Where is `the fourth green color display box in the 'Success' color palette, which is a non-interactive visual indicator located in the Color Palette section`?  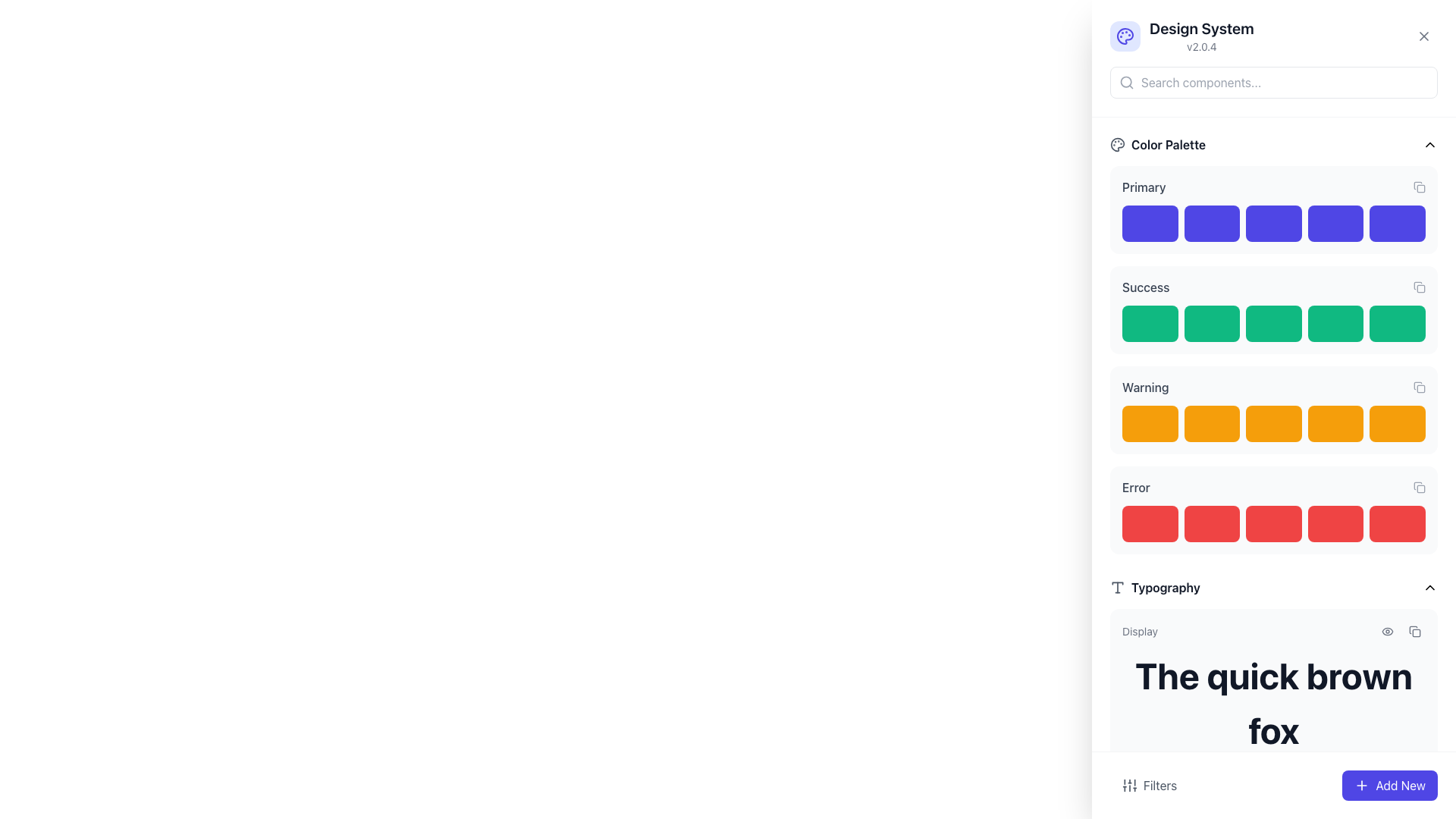 the fourth green color display box in the 'Success' color palette, which is a non-interactive visual indicator located in the Color Palette section is located at coordinates (1335, 323).